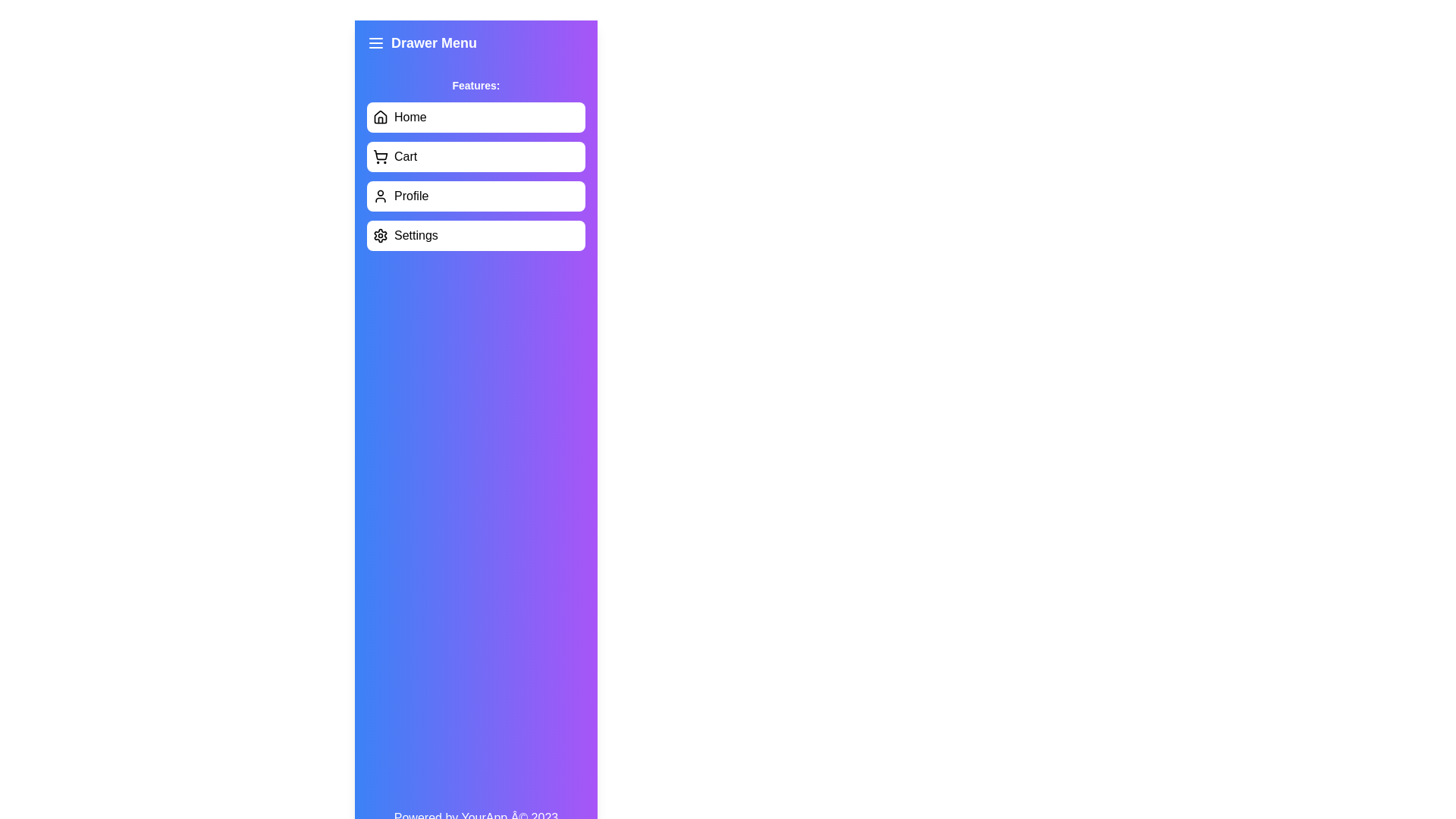 The image size is (1456, 819). I want to click on the 'Profile' menu option, which is the third item in a sidebar menu, so click(475, 195).